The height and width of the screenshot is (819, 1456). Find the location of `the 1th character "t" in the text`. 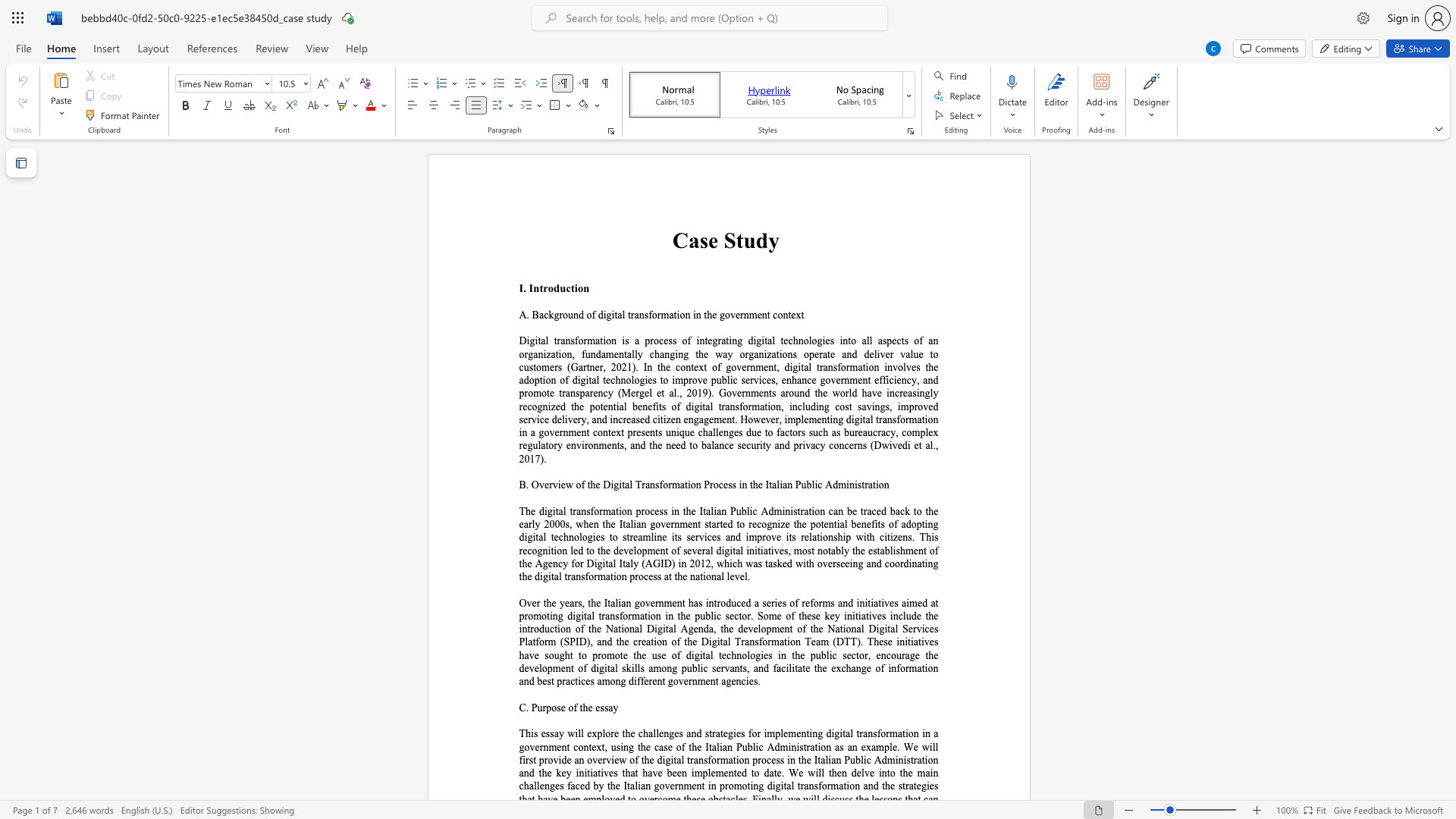

the 1th character "t" in the text is located at coordinates (580, 708).